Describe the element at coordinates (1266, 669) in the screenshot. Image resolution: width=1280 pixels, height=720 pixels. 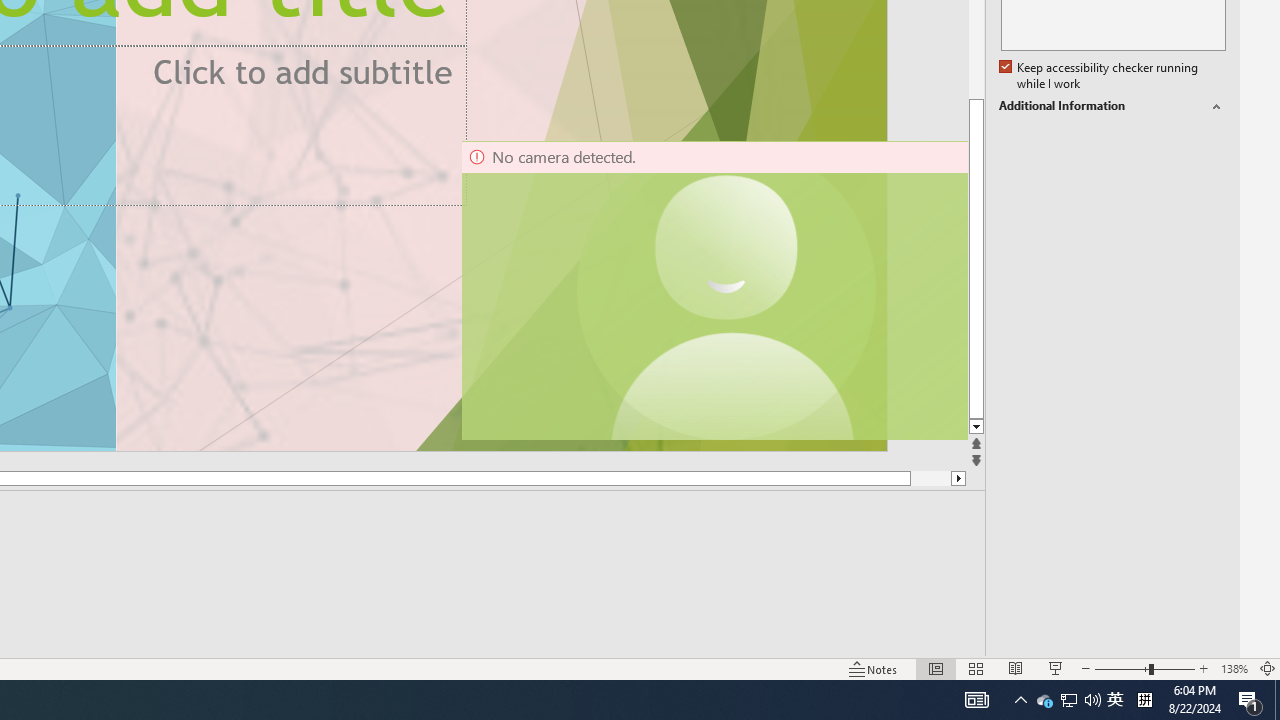
I see `'Zoom to Fit '` at that location.